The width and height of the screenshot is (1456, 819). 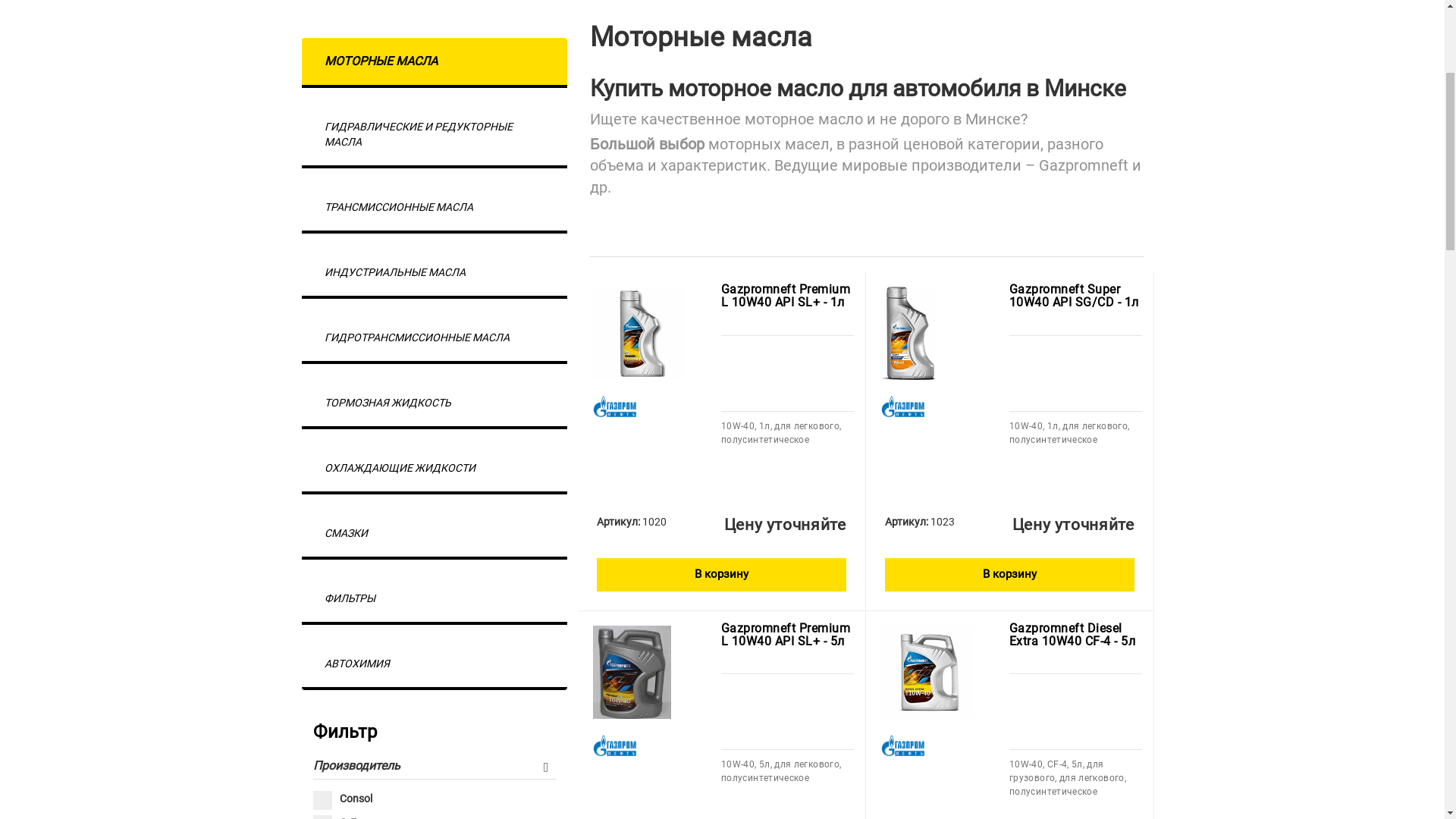 What do you see at coordinates (428, 20) in the screenshot?
I see `'+375(29)175-17-61'` at bounding box center [428, 20].